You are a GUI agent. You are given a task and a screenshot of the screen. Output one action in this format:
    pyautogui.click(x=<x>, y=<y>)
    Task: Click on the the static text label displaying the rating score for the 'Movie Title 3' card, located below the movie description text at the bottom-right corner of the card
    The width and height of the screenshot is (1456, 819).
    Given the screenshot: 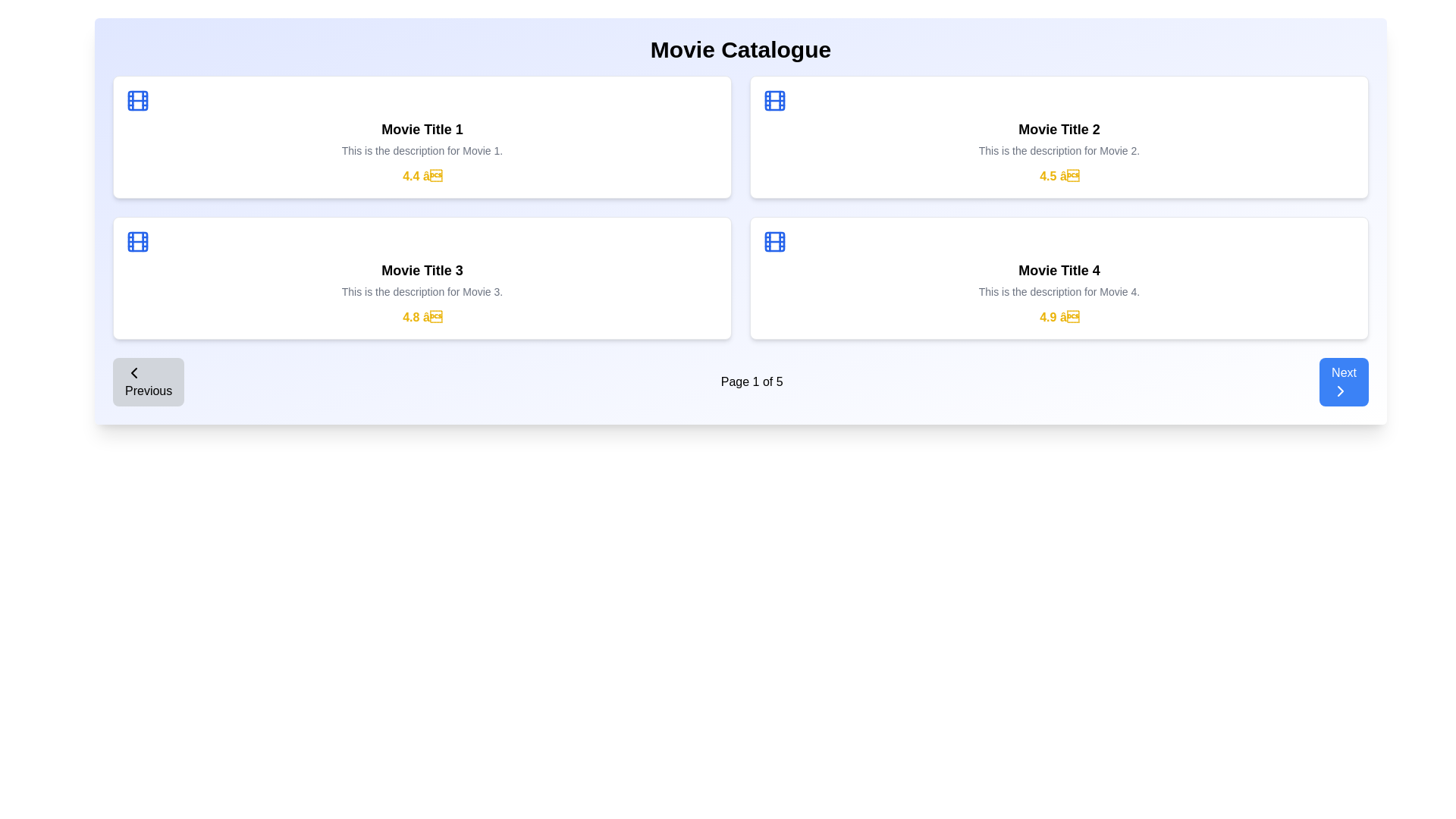 What is the action you would take?
    pyautogui.click(x=422, y=315)
    